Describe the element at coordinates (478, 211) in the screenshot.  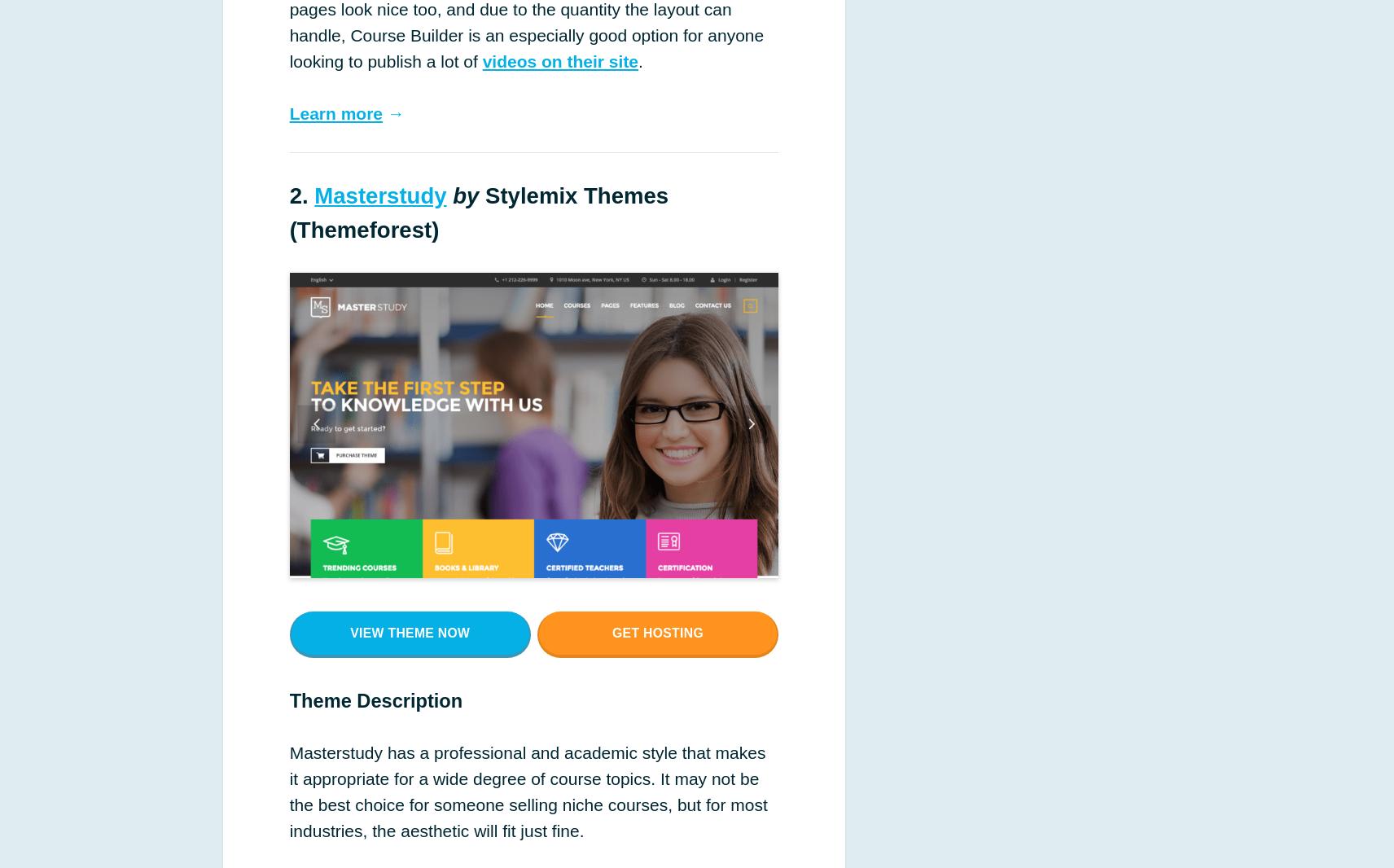
I see `'Stylemix Themes (Themeforest)'` at that location.